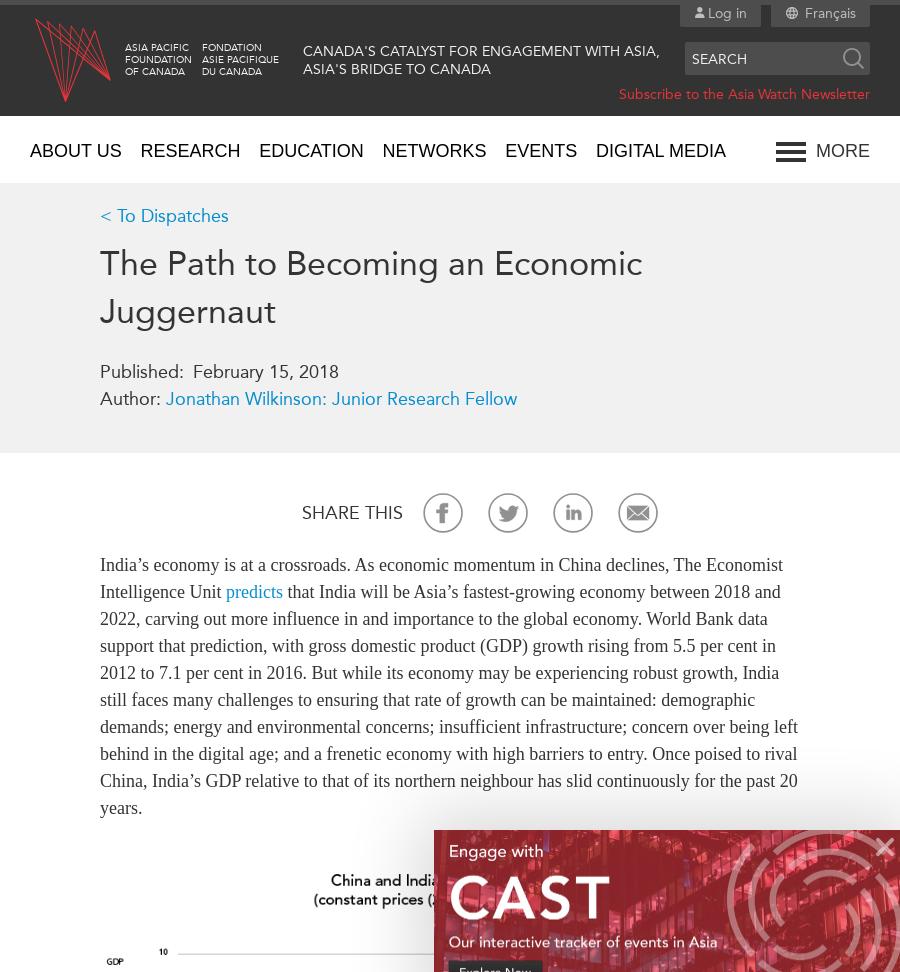  What do you see at coordinates (726, 13) in the screenshot?
I see `'Log in'` at bounding box center [726, 13].